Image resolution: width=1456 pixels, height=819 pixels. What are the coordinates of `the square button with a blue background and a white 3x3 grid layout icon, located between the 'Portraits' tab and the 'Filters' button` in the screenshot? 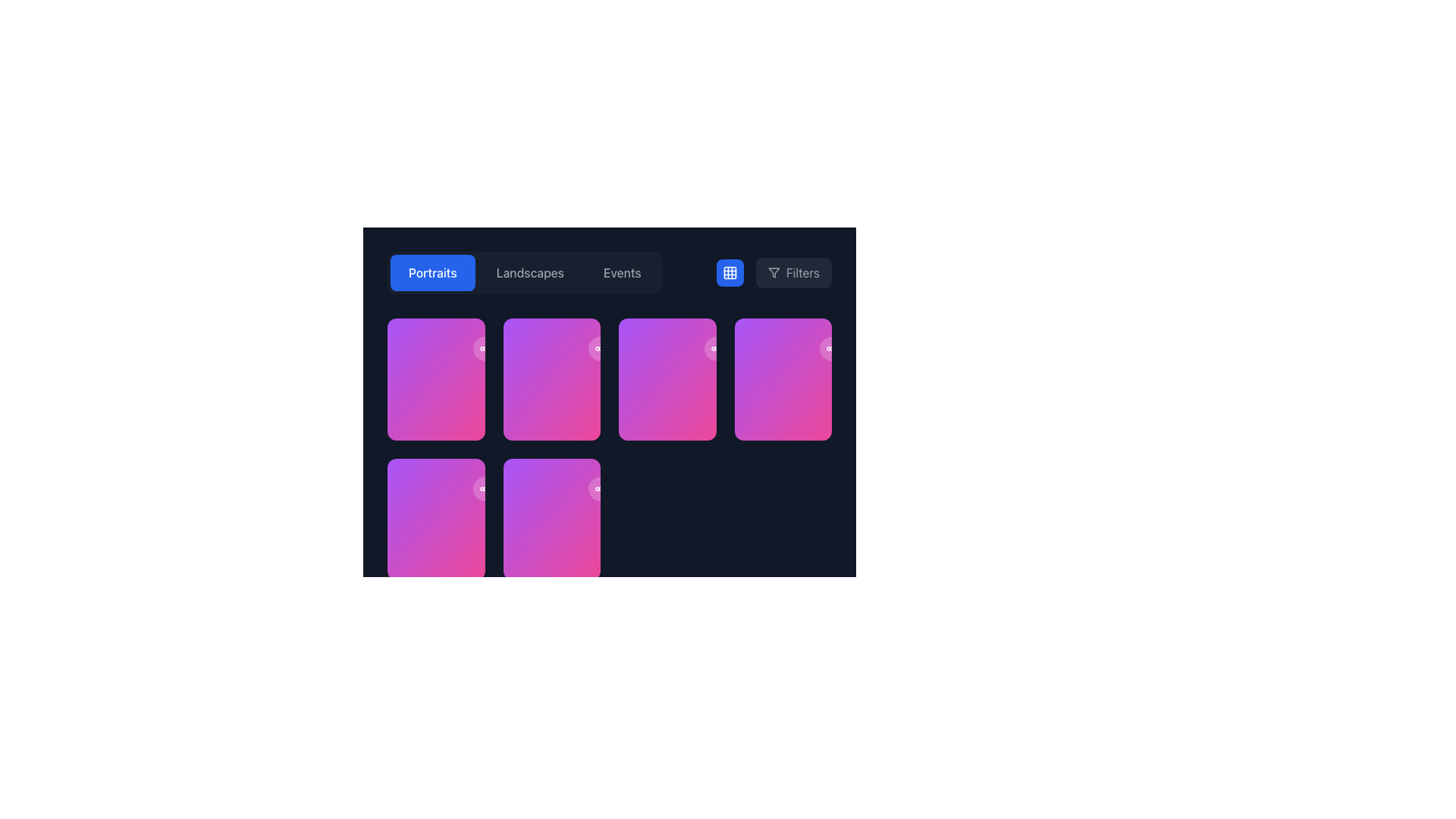 It's located at (730, 271).